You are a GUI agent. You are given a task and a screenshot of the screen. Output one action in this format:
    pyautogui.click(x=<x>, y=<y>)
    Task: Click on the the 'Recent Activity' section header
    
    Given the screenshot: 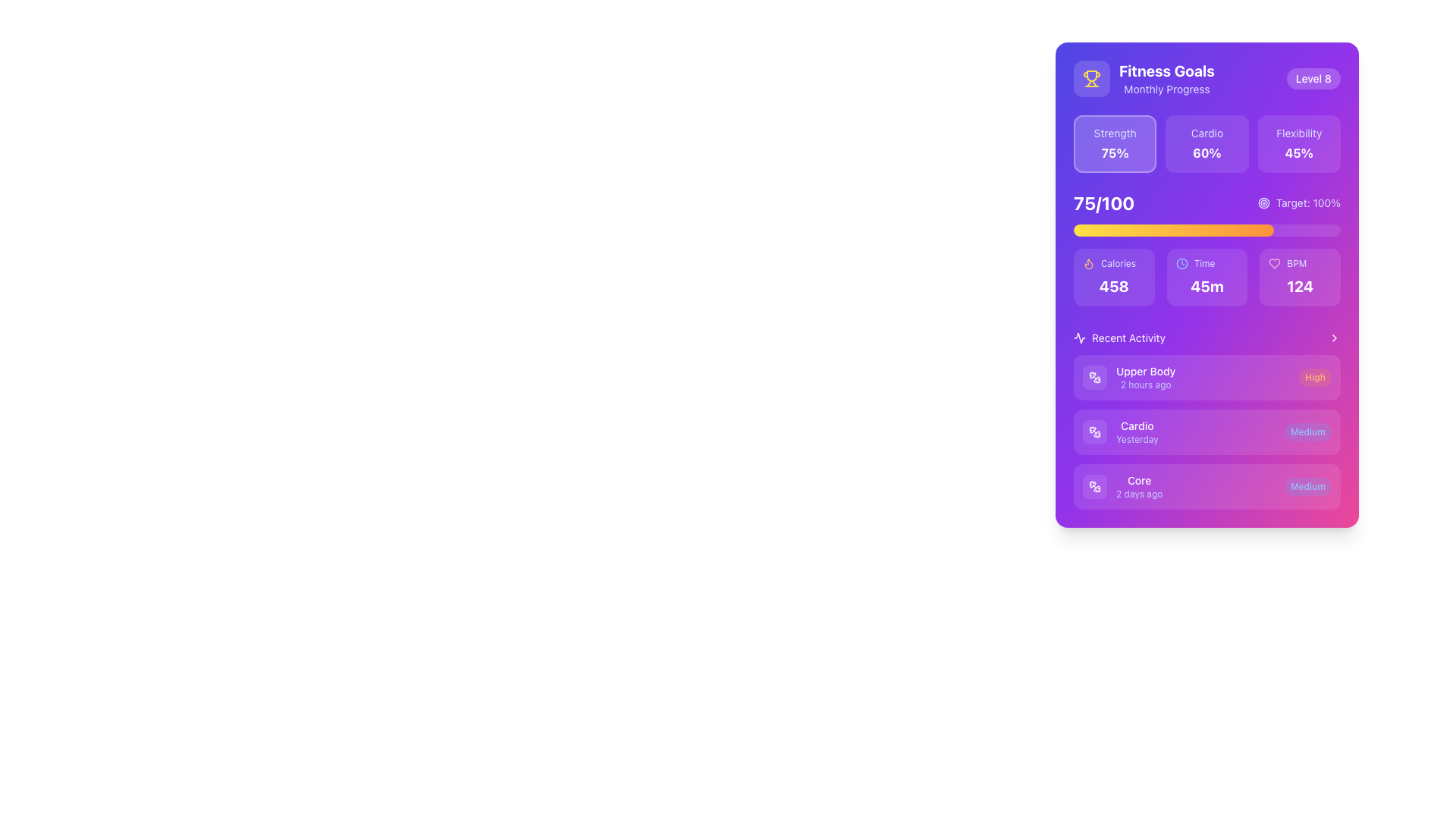 What is the action you would take?
    pyautogui.click(x=1119, y=337)
    